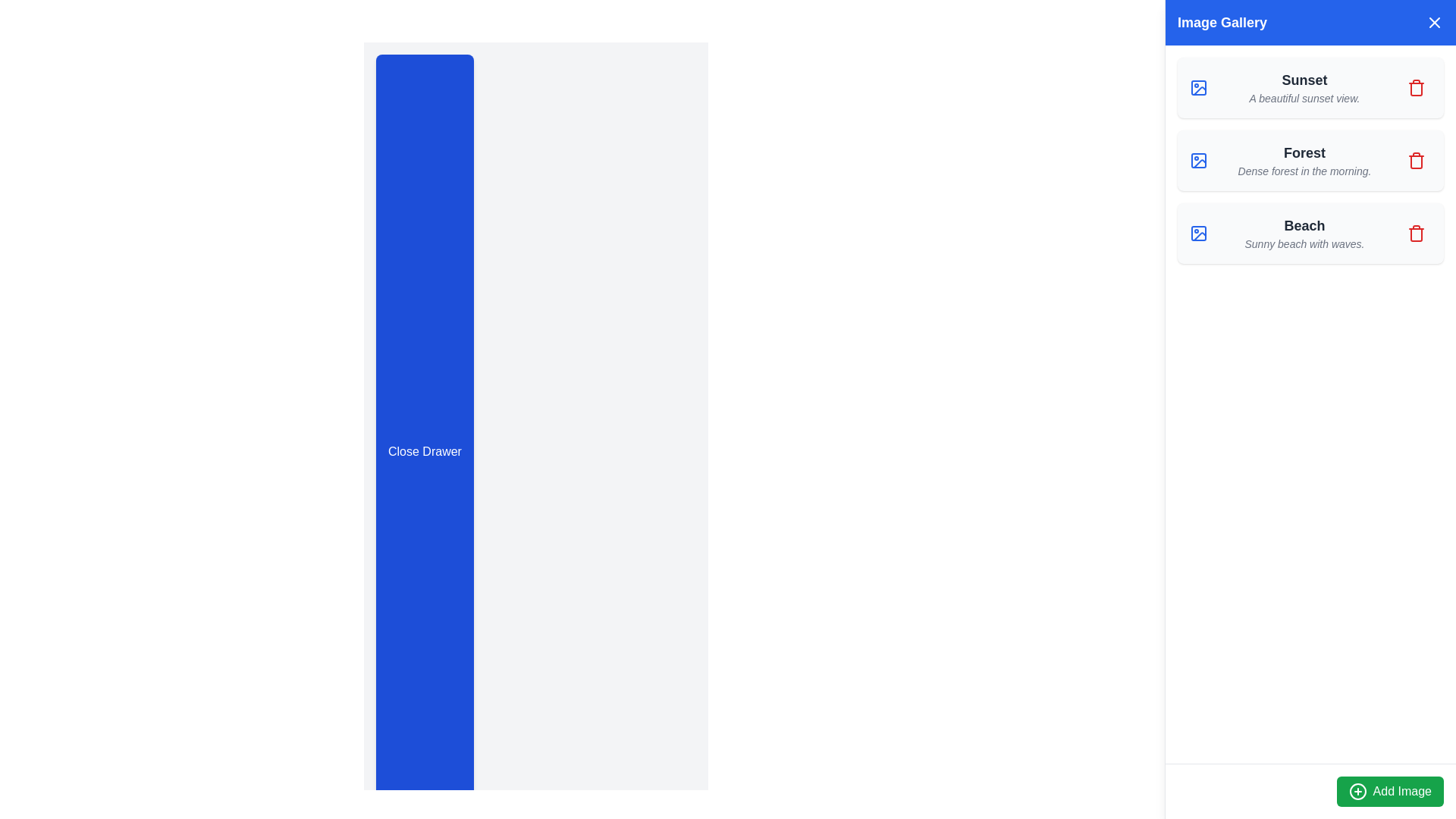  Describe the element at coordinates (1415, 161) in the screenshot. I see `the trash can icon in the 'Image Gallery' section` at that location.